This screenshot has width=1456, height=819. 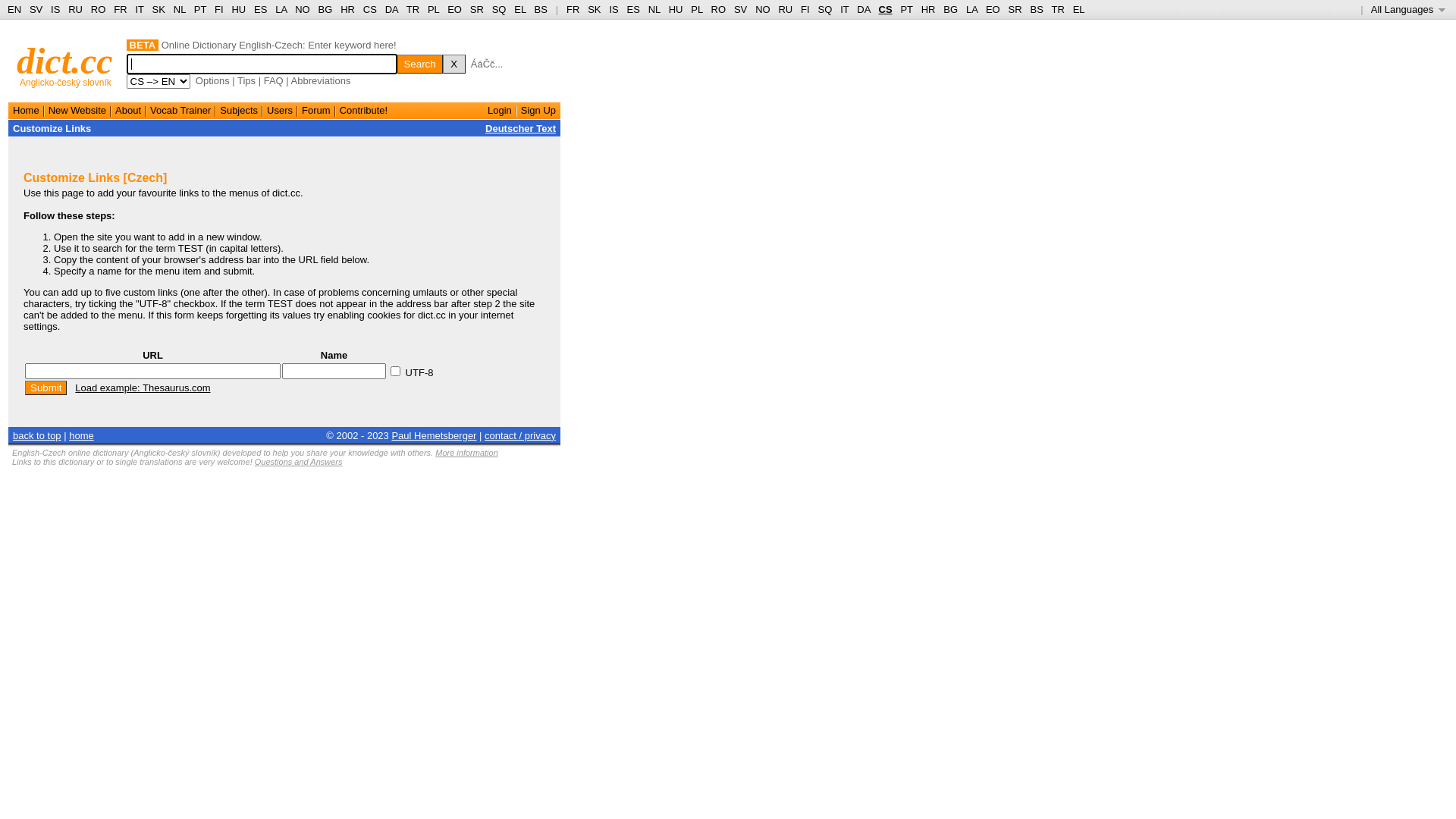 What do you see at coordinates (64, 60) in the screenshot?
I see `'dict.cc'` at bounding box center [64, 60].